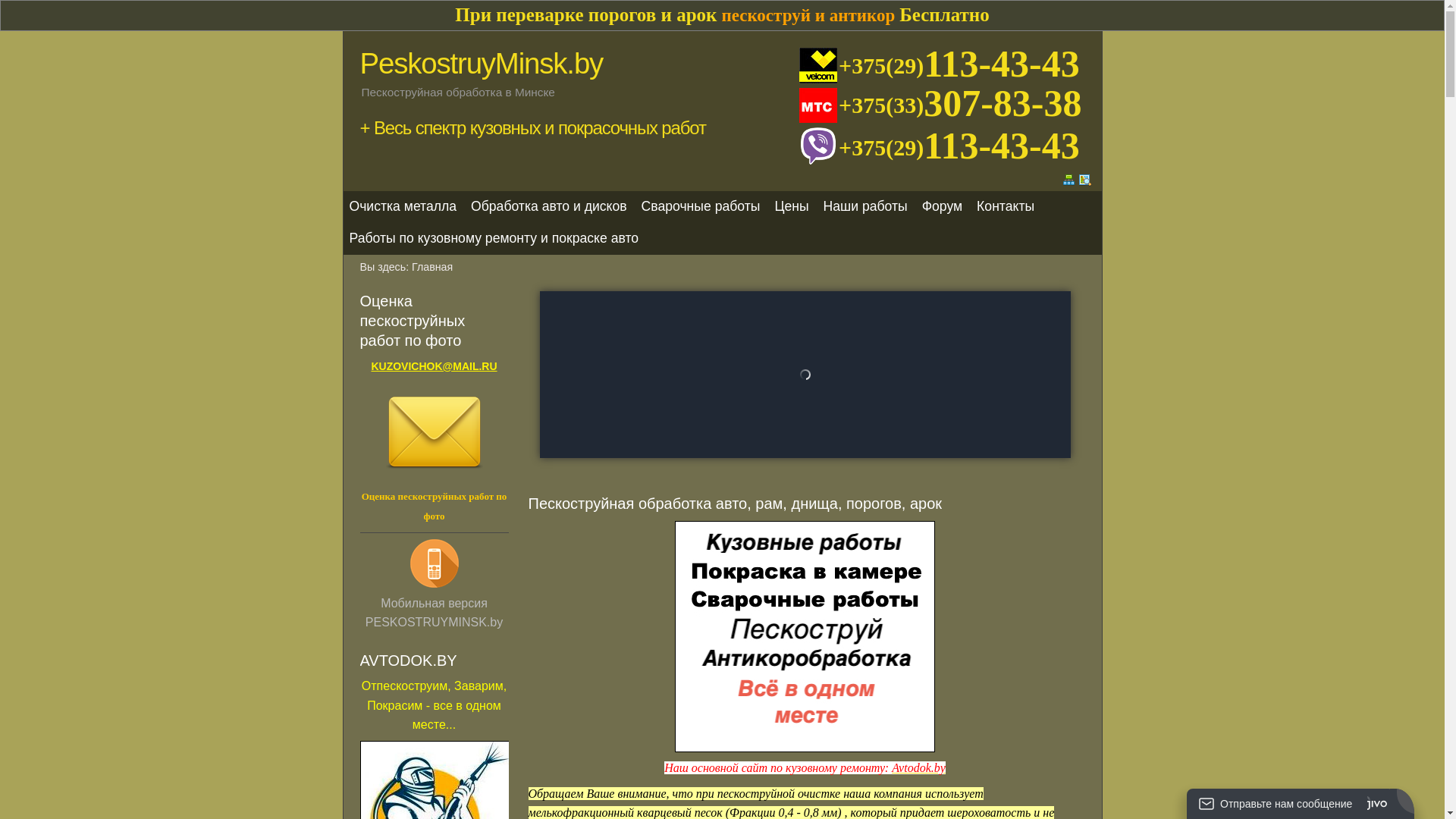  I want to click on 'Avtodok.by', so click(918, 767).